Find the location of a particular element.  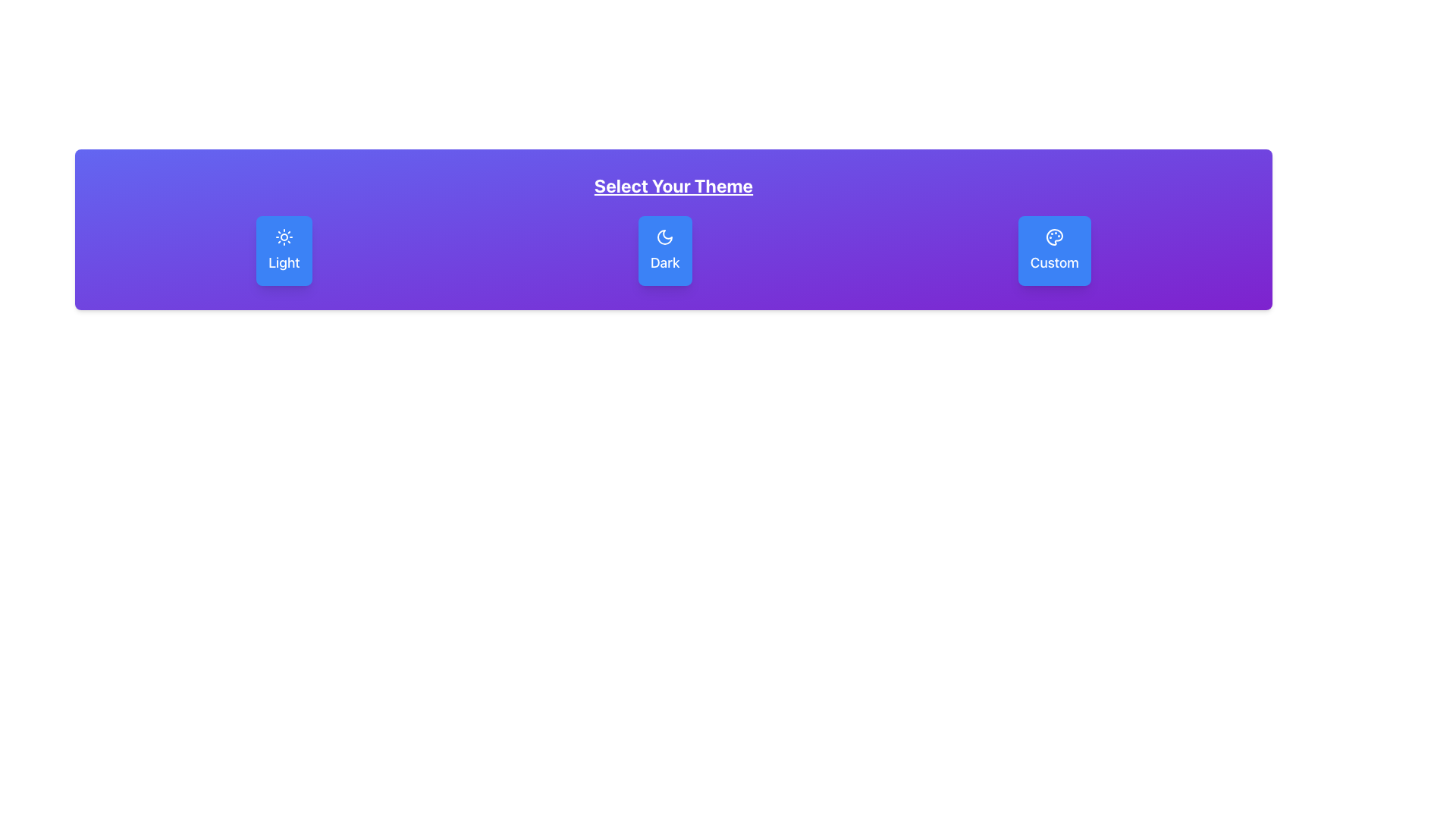

the text label reading 'Dark' which is styled in a large bold font, located at the center of the middle card in a three-card series is located at coordinates (665, 262).